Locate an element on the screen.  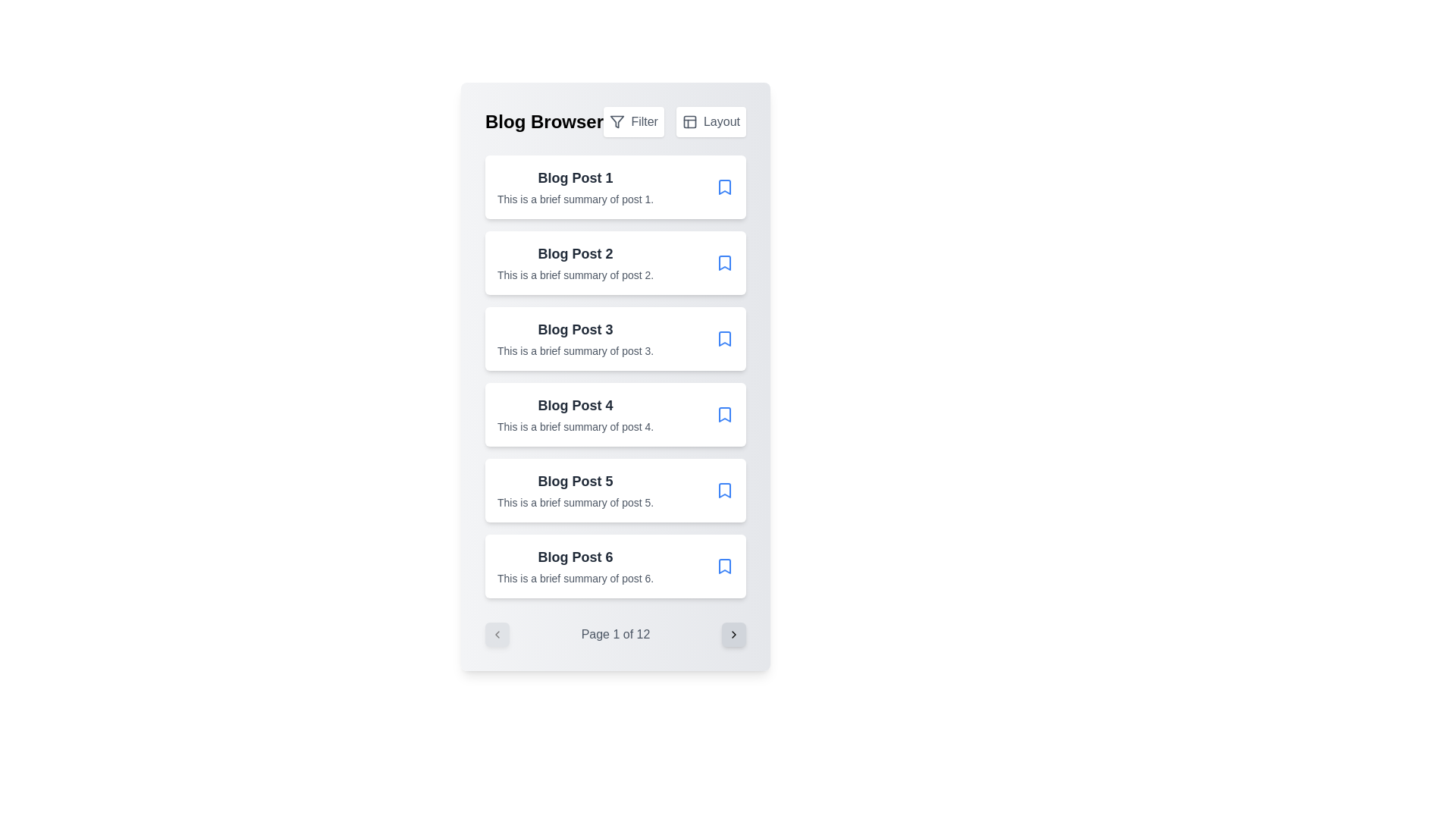
the bookmark icon at the top-right corner of the card for 'Blog Post 1' is located at coordinates (723, 186).